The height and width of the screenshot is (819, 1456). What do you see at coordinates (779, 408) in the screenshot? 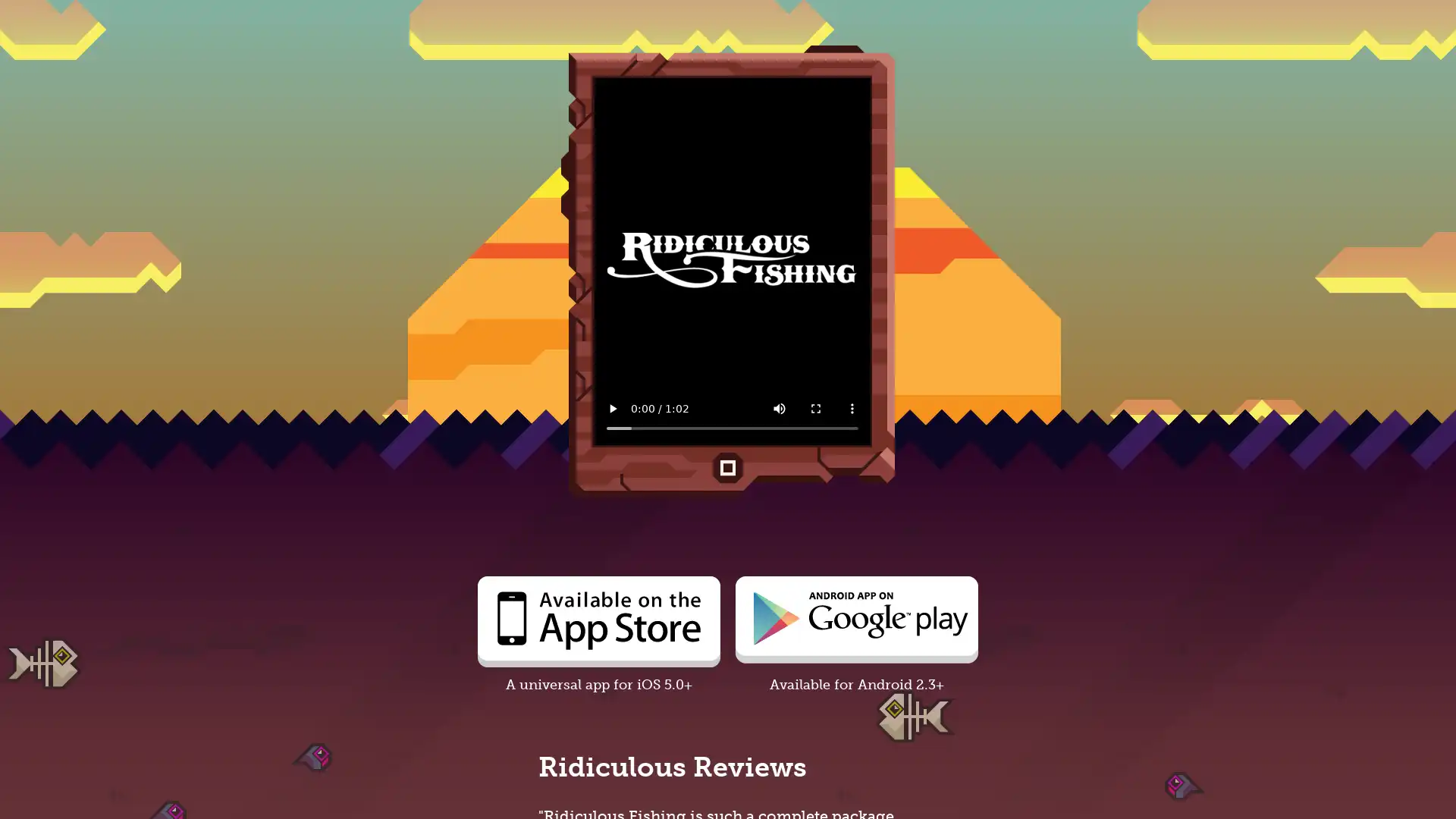
I see `mute` at bounding box center [779, 408].